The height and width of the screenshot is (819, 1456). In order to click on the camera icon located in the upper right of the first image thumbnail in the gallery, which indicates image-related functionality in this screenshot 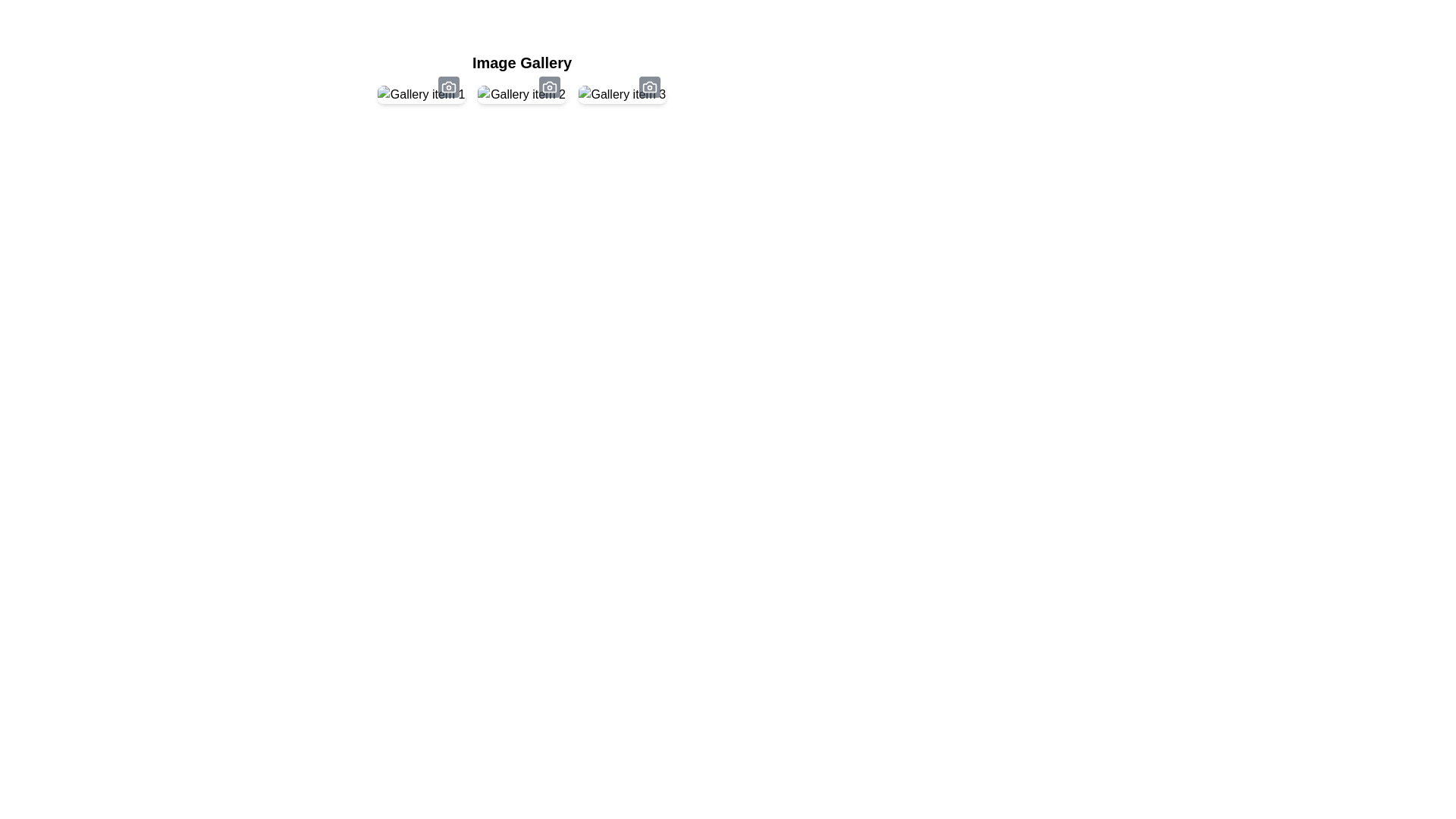, I will do `click(448, 87)`.